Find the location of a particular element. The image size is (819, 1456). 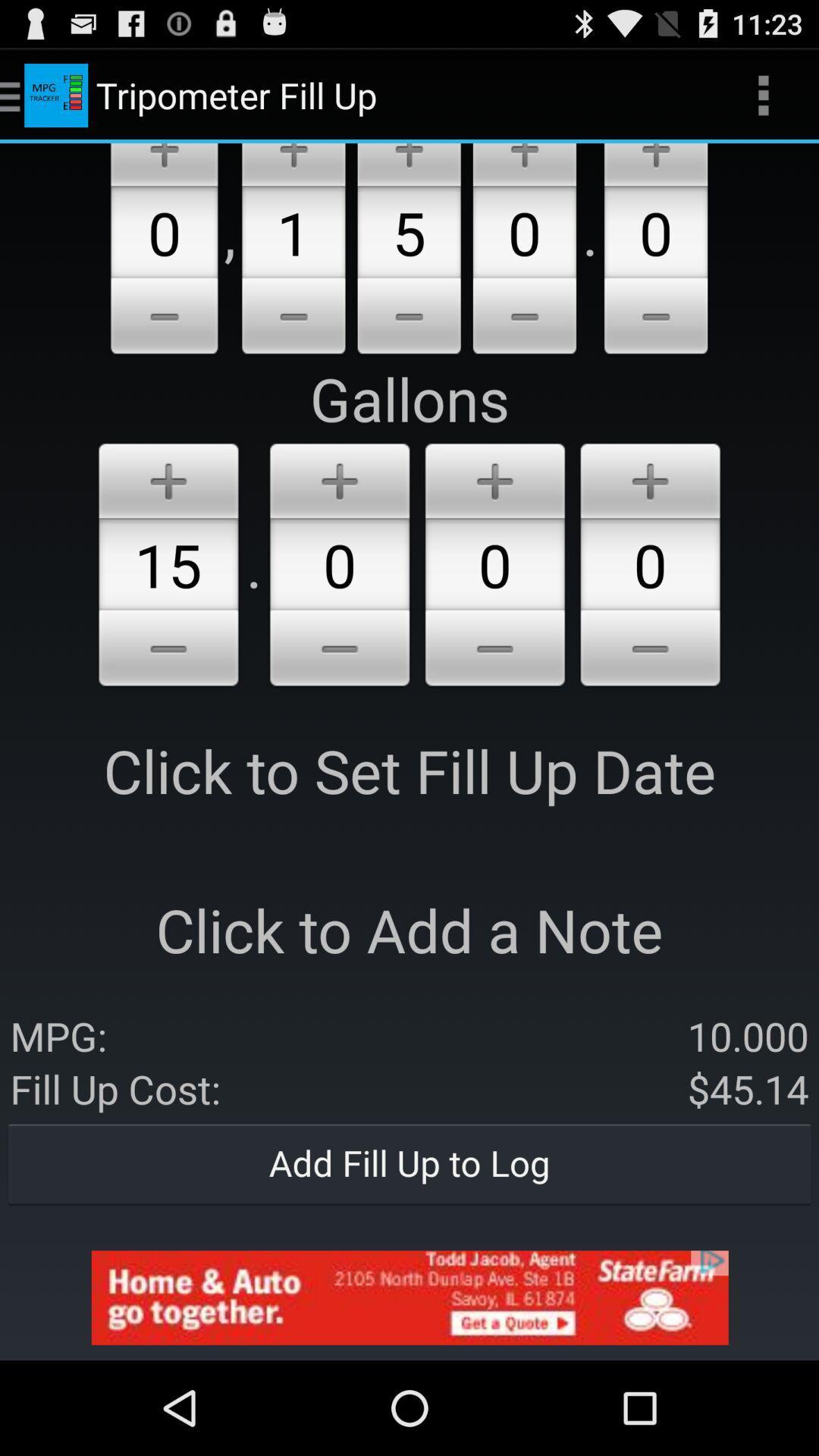

click the add option is located at coordinates (164, 165).